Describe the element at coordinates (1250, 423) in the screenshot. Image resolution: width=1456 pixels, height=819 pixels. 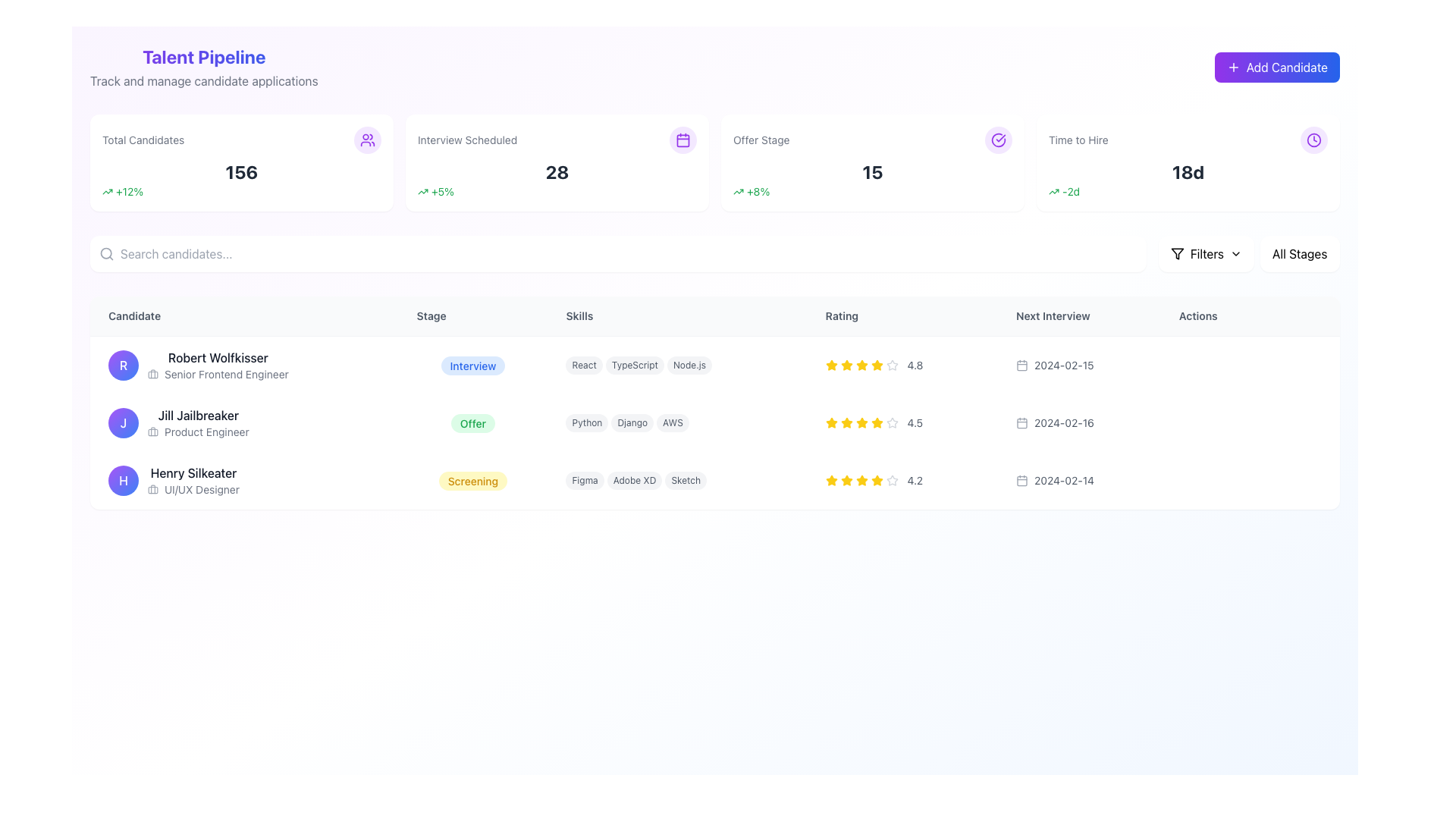
I see `the blank, non-interactive cell located within the 'Actions' column of the row for 'Jill Jailbreaker'` at that location.